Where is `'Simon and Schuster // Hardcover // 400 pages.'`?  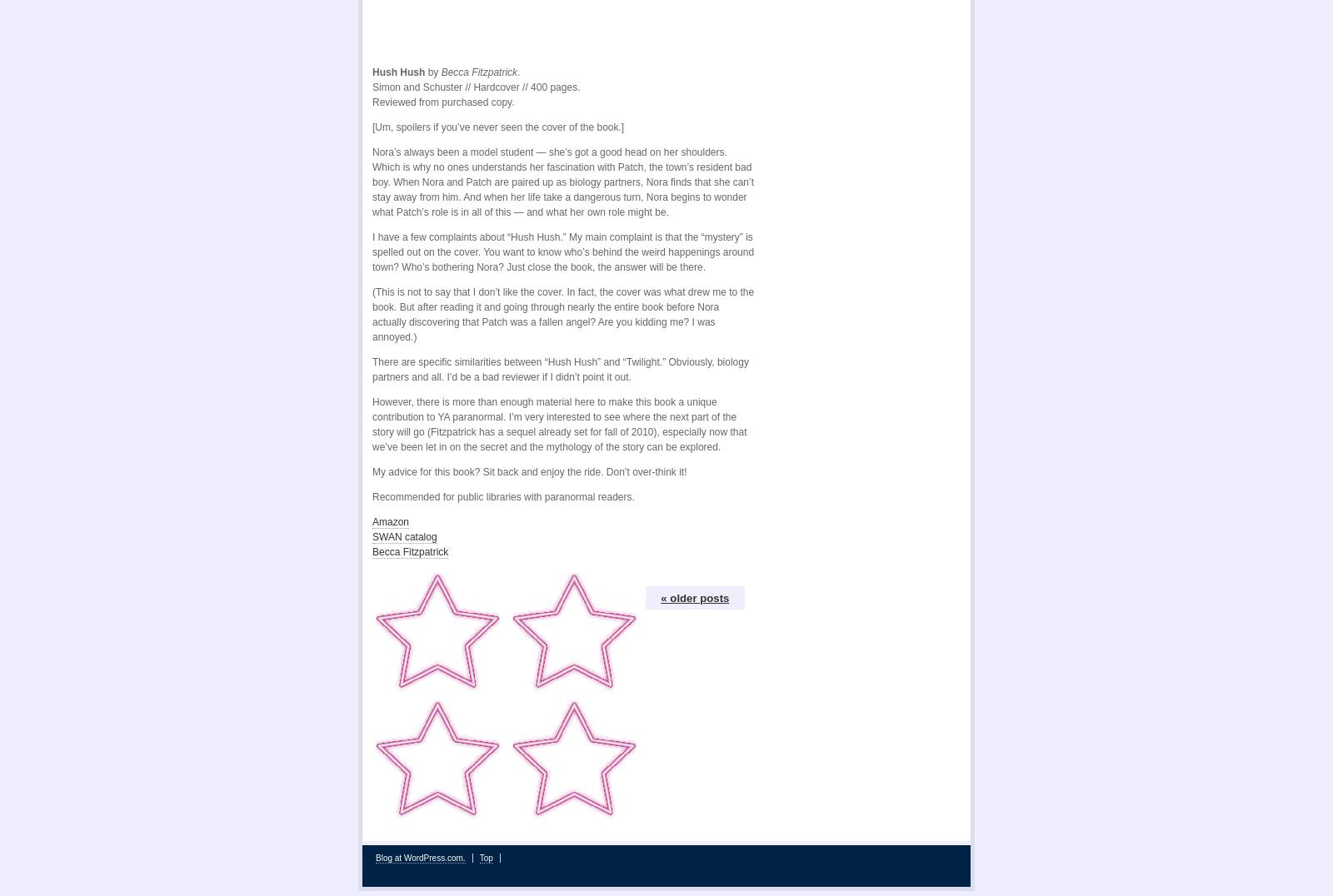
'Simon and Schuster // Hardcover // 400 pages.' is located at coordinates (475, 81).